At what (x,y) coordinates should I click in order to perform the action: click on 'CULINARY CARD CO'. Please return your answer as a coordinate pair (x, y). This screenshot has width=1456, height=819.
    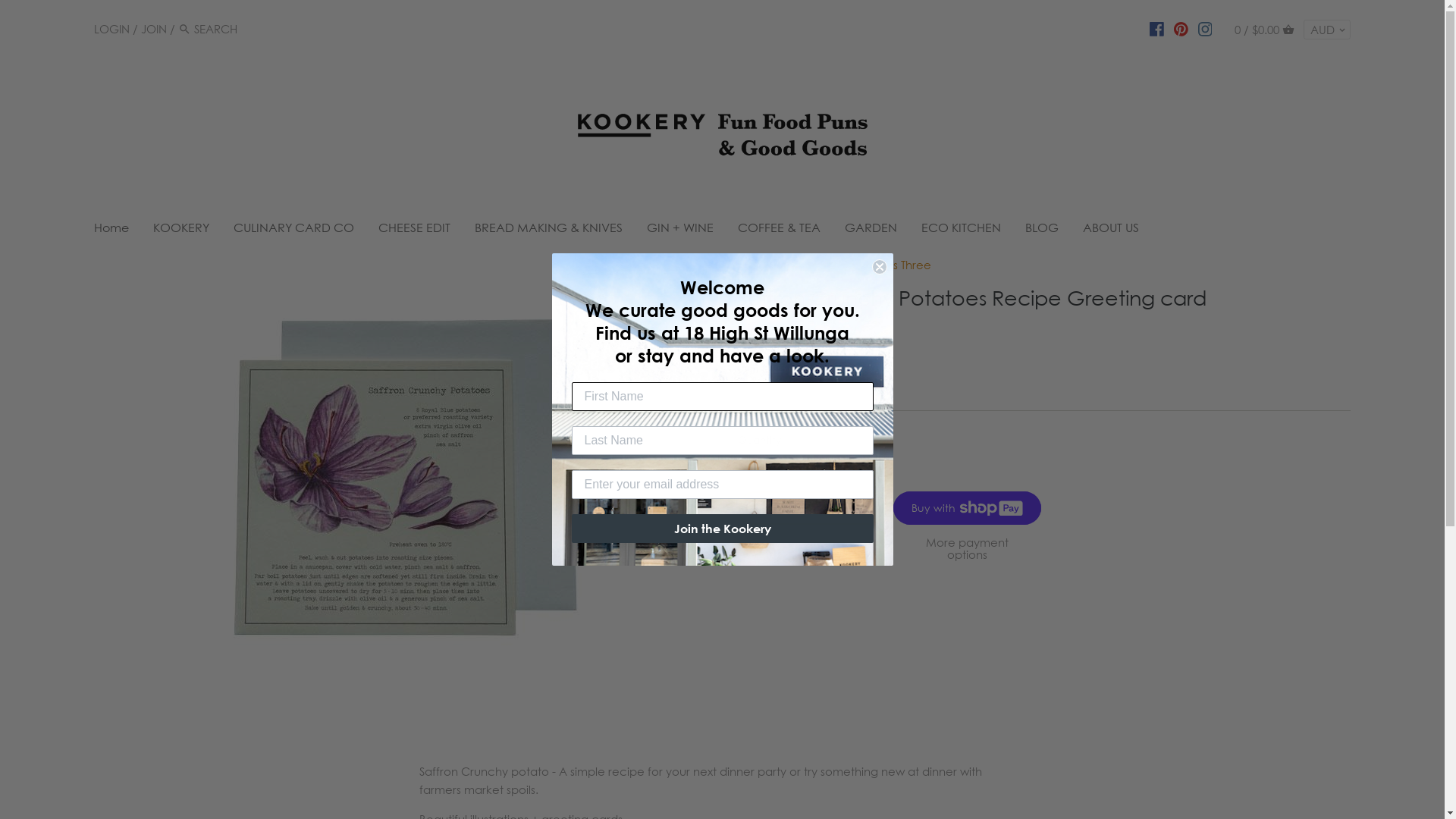
    Looking at the image, I should click on (221, 231).